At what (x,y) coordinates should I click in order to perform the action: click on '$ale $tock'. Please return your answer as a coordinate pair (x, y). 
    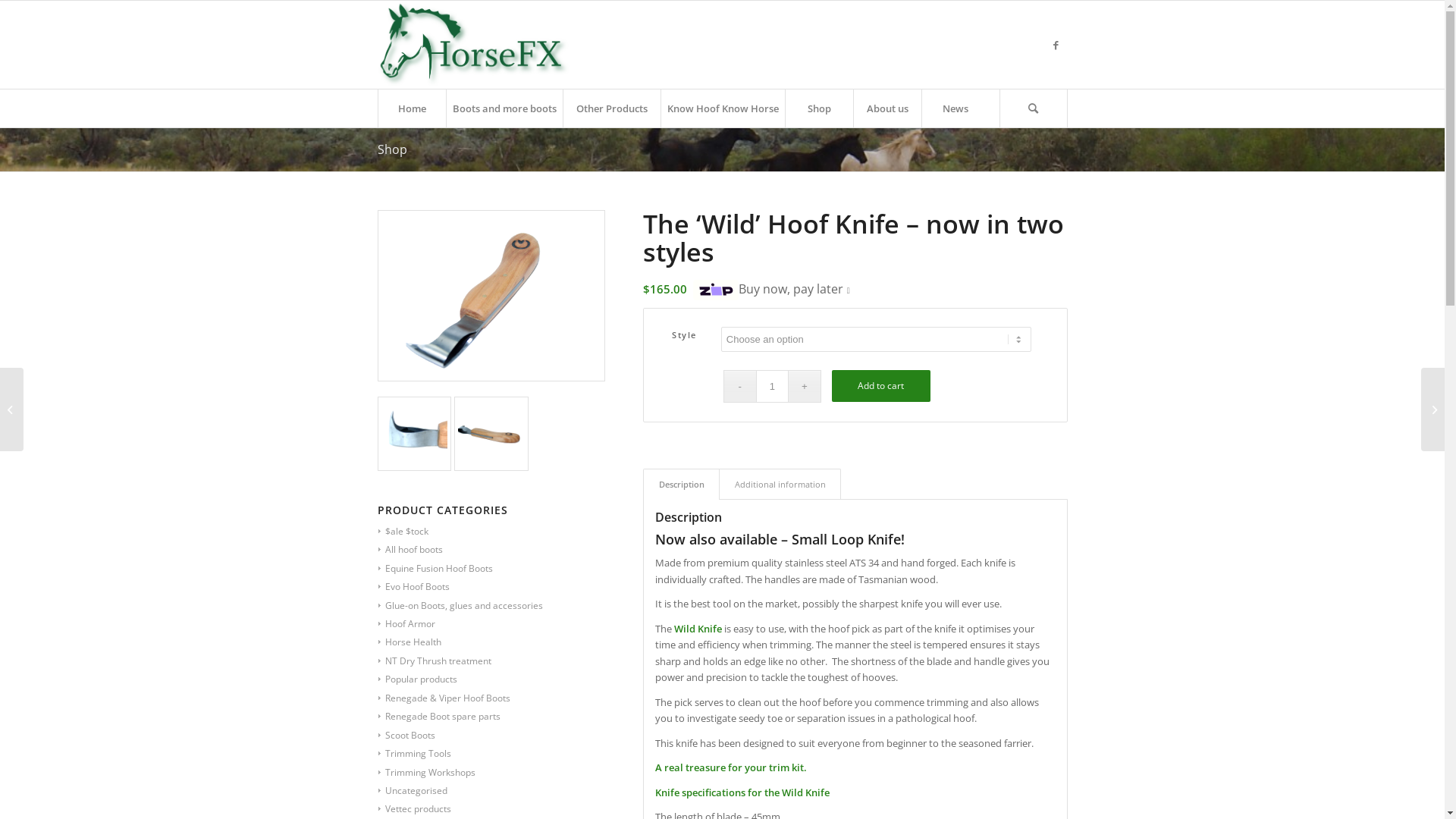
    Looking at the image, I should click on (403, 530).